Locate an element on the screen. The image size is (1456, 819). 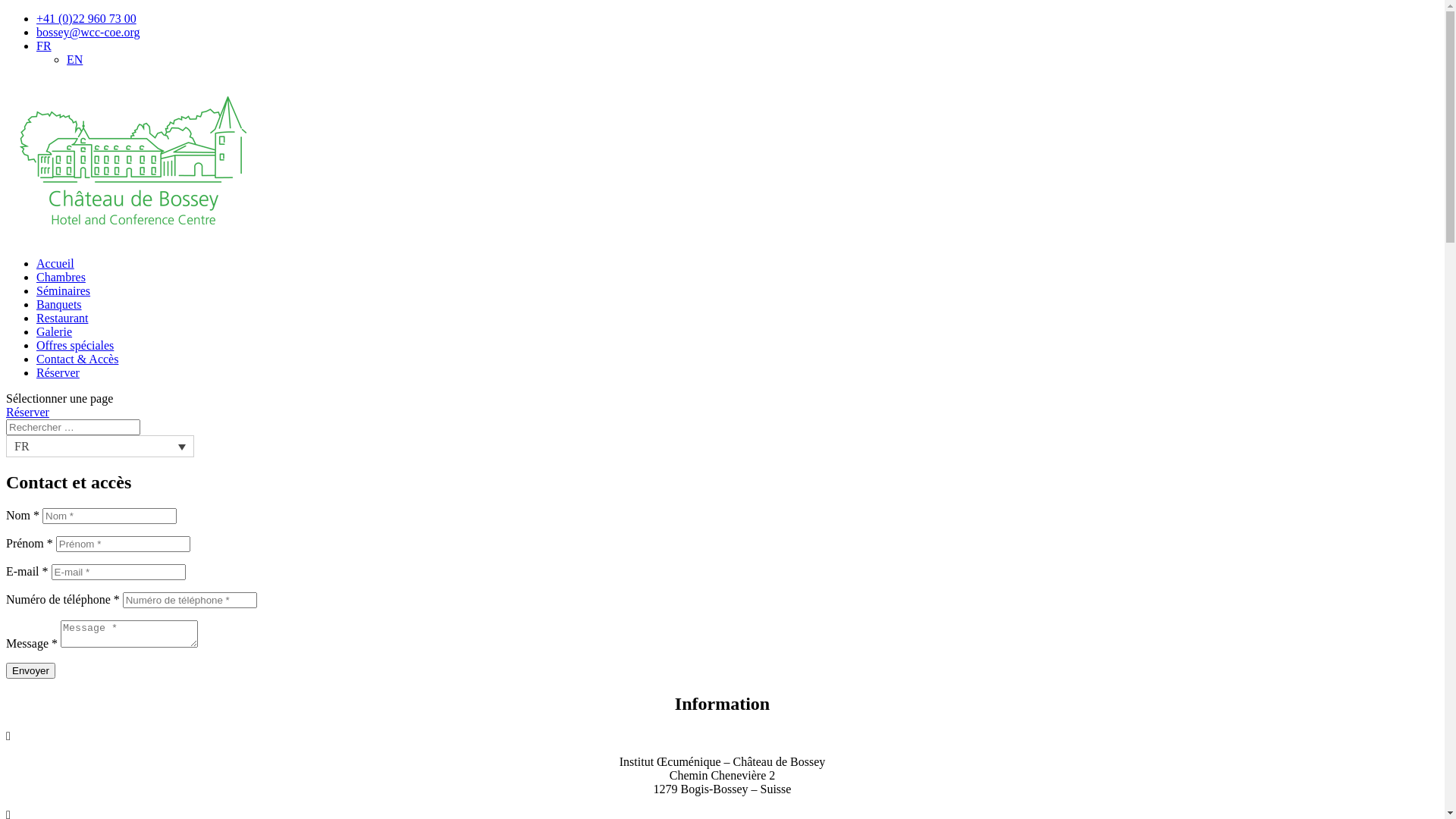
'Banquets' is located at coordinates (58, 304).